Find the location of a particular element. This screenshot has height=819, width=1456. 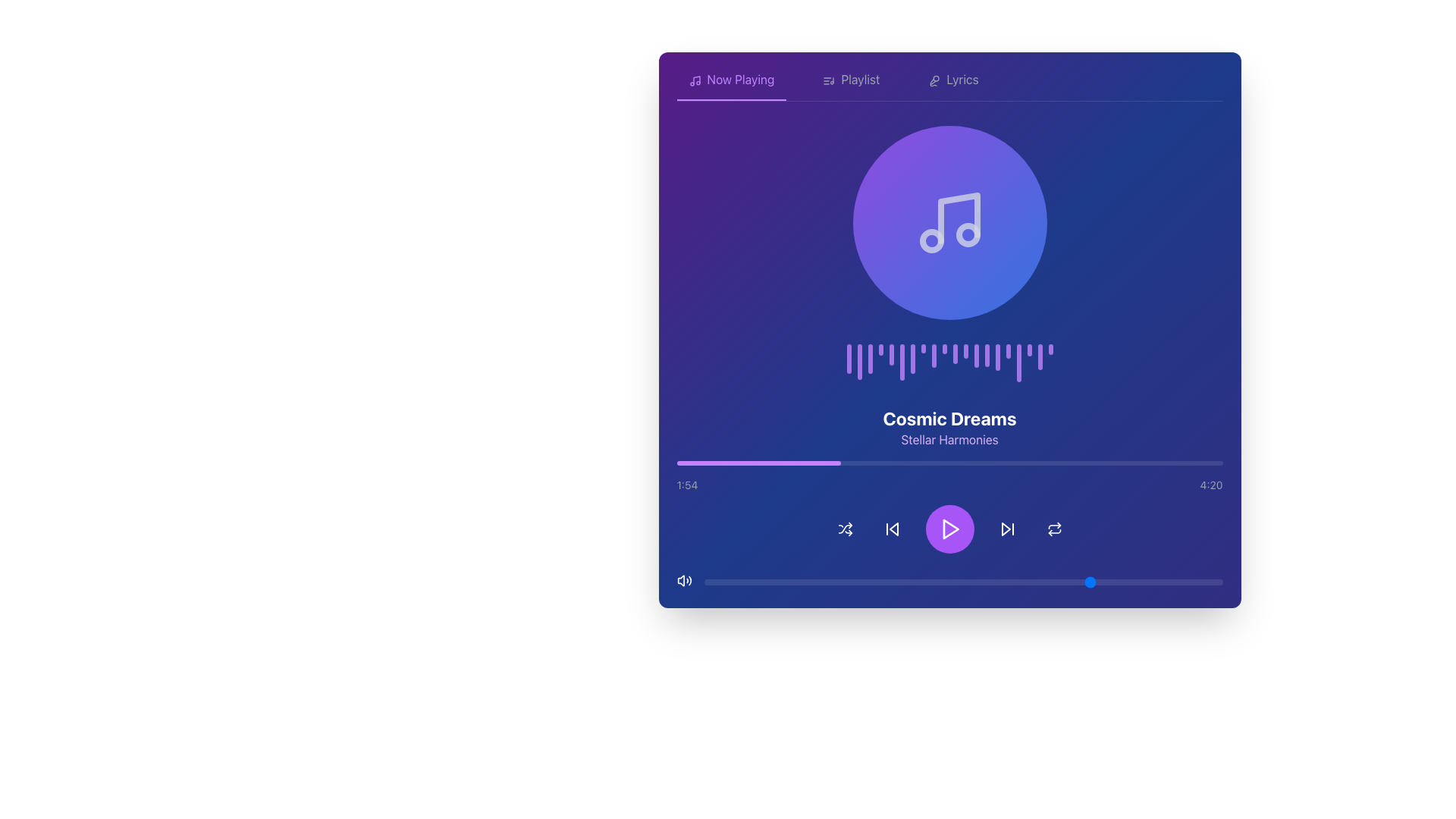

the second vertical bar of the music equalizer pattern located centrally below the circular icon and above the song title 'Cosmic Dreams' is located at coordinates (859, 362).